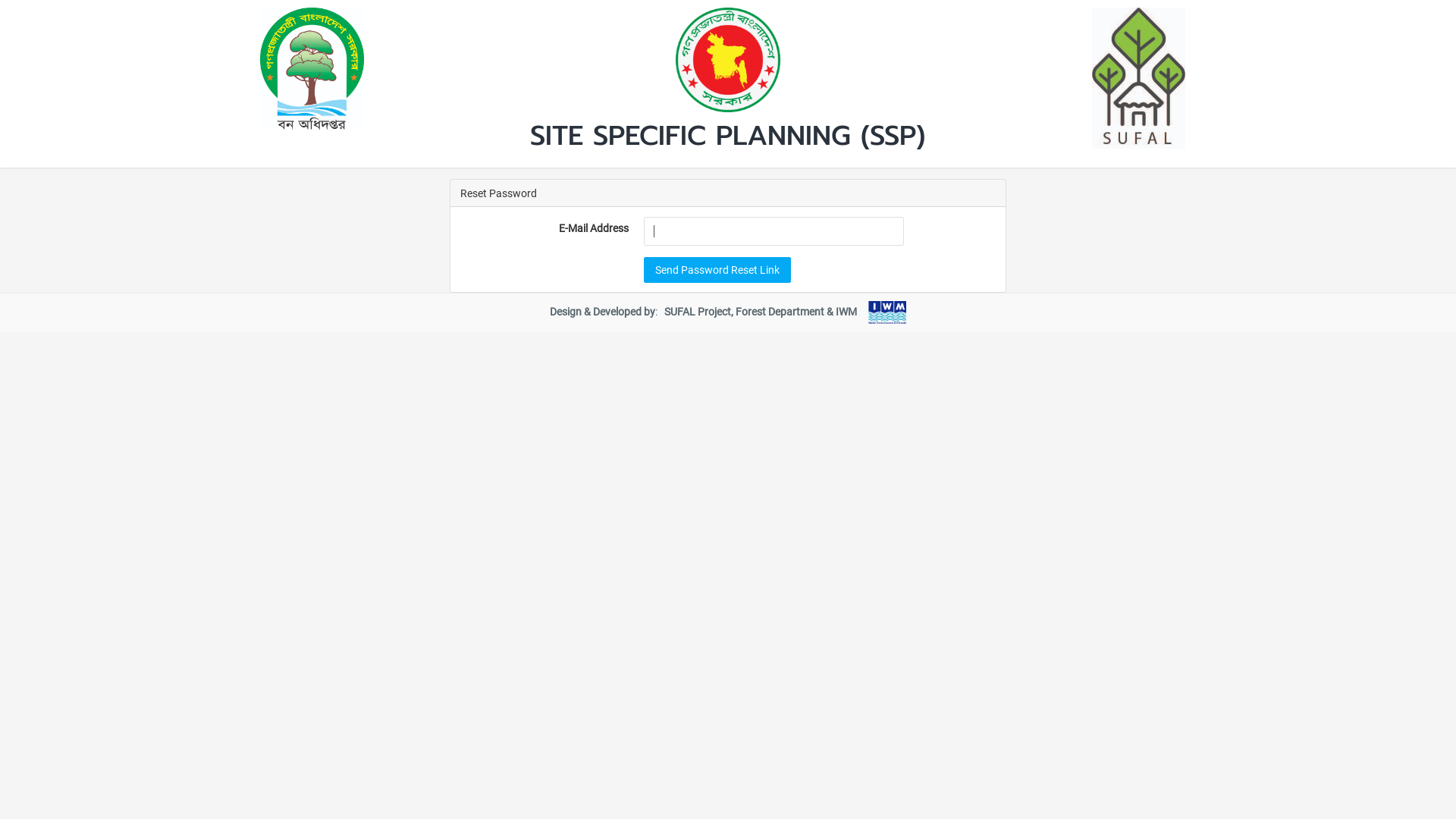  Describe the element at coordinates (716, 268) in the screenshot. I see `'Send Password Reset Link'` at that location.